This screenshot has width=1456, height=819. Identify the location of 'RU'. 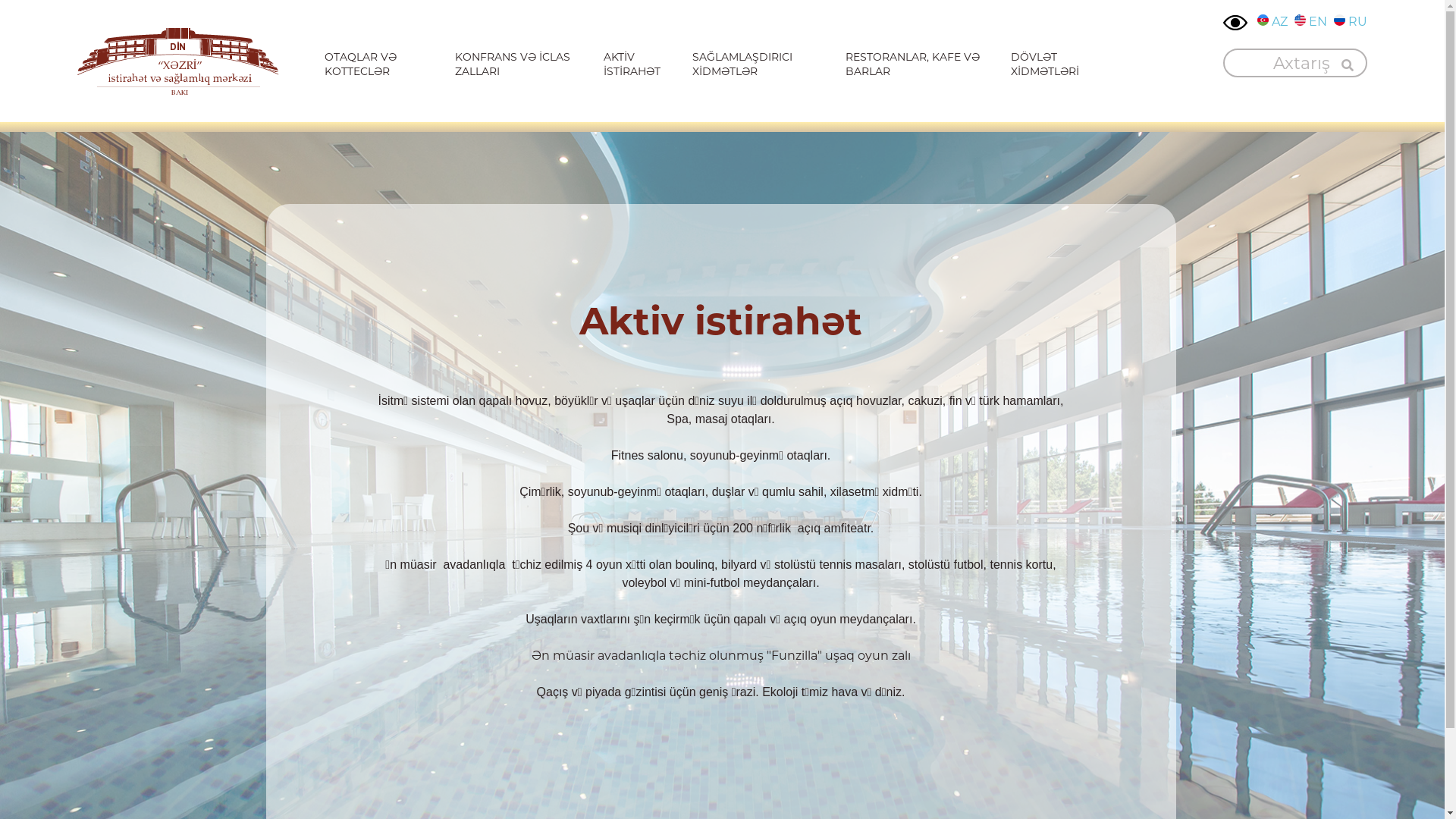
(1350, 22).